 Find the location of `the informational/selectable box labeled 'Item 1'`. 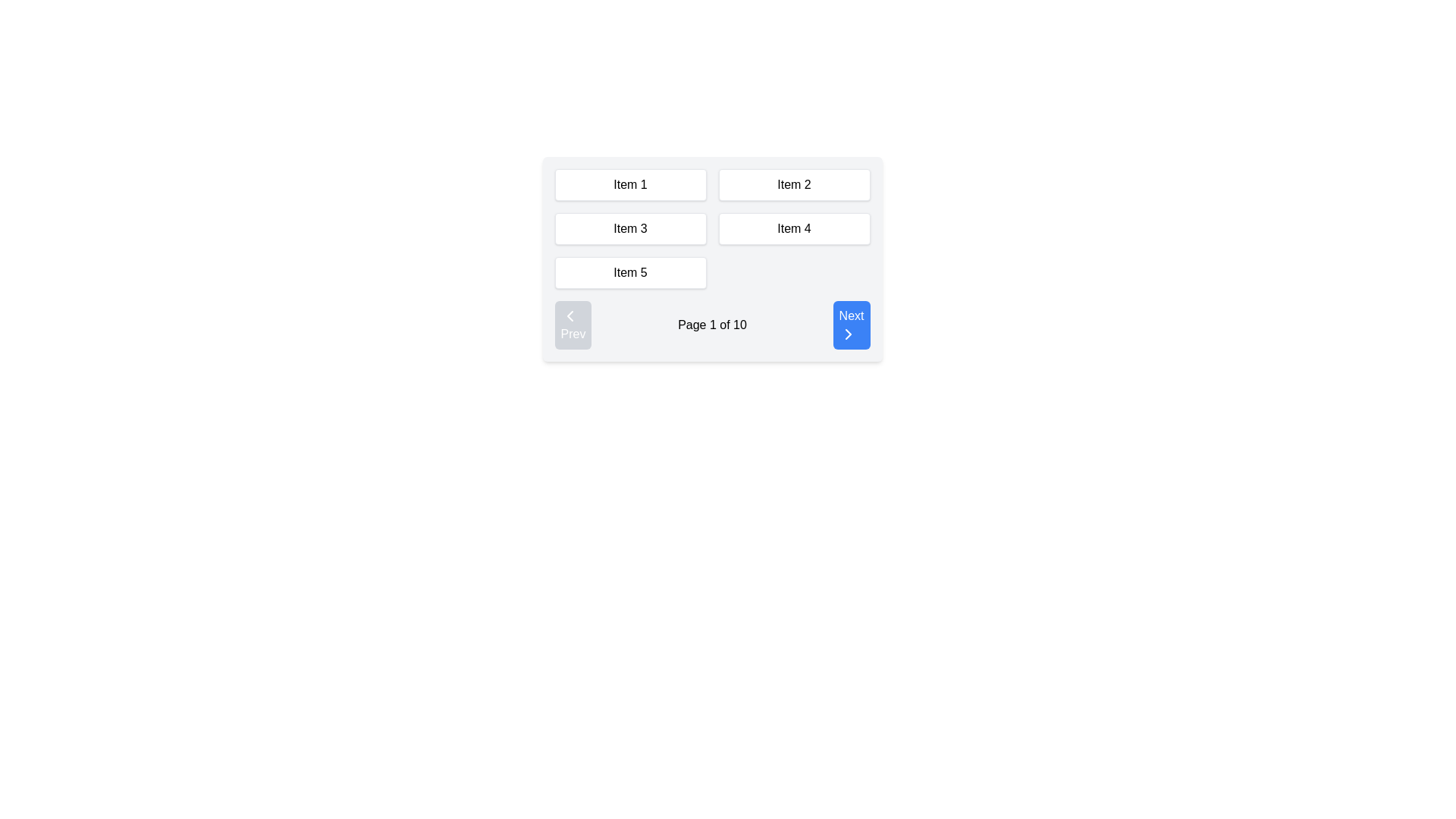

the informational/selectable box labeled 'Item 1' is located at coordinates (630, 184).